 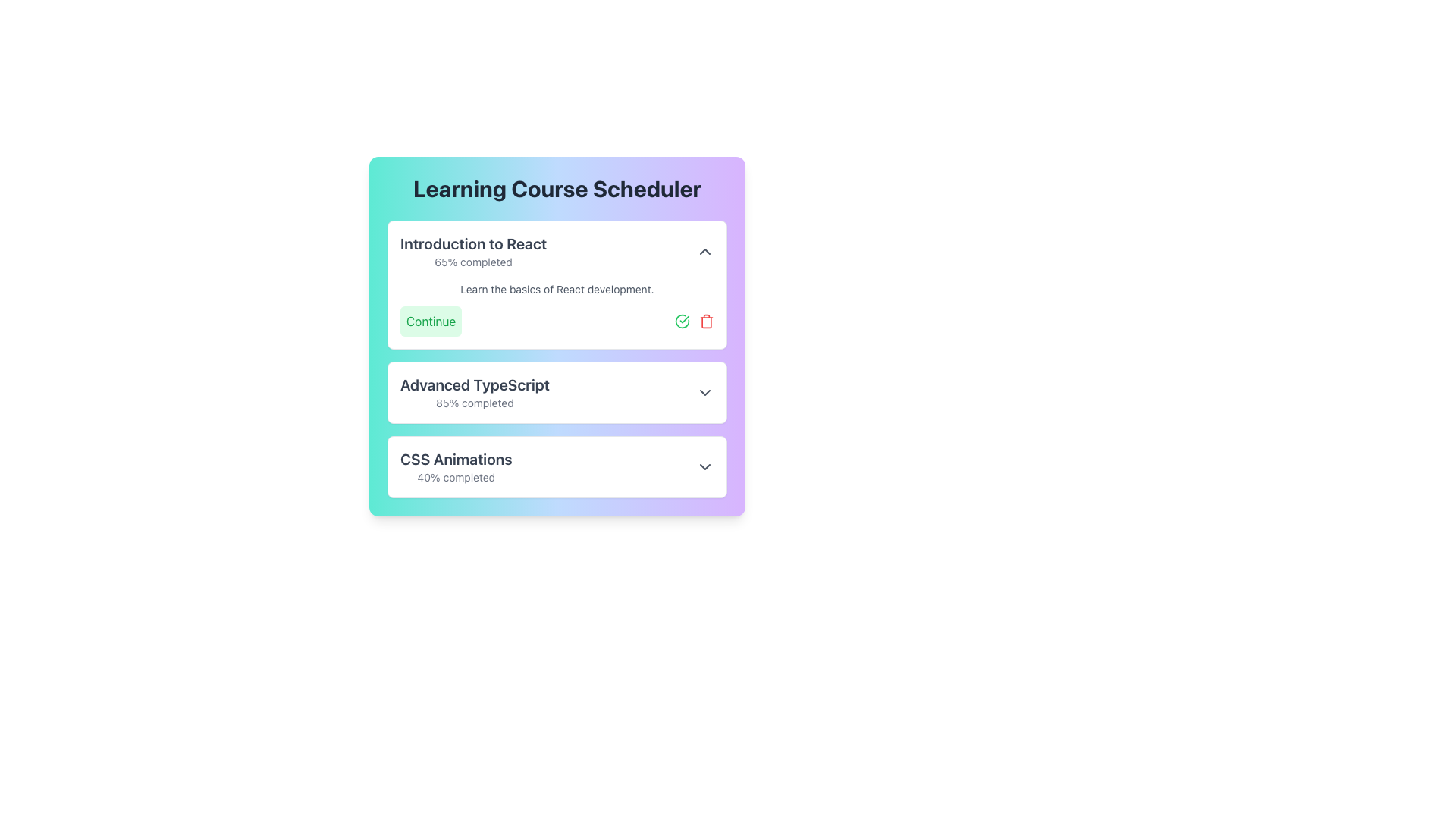 What do you see at coordinates (455, 476) in the screenshot?
I see `displayed text from the progress label indicating the completion percentage of the 'CSS Animations' module, which is located at the bottom of the content area for this section` at bounding box center [455, 476].